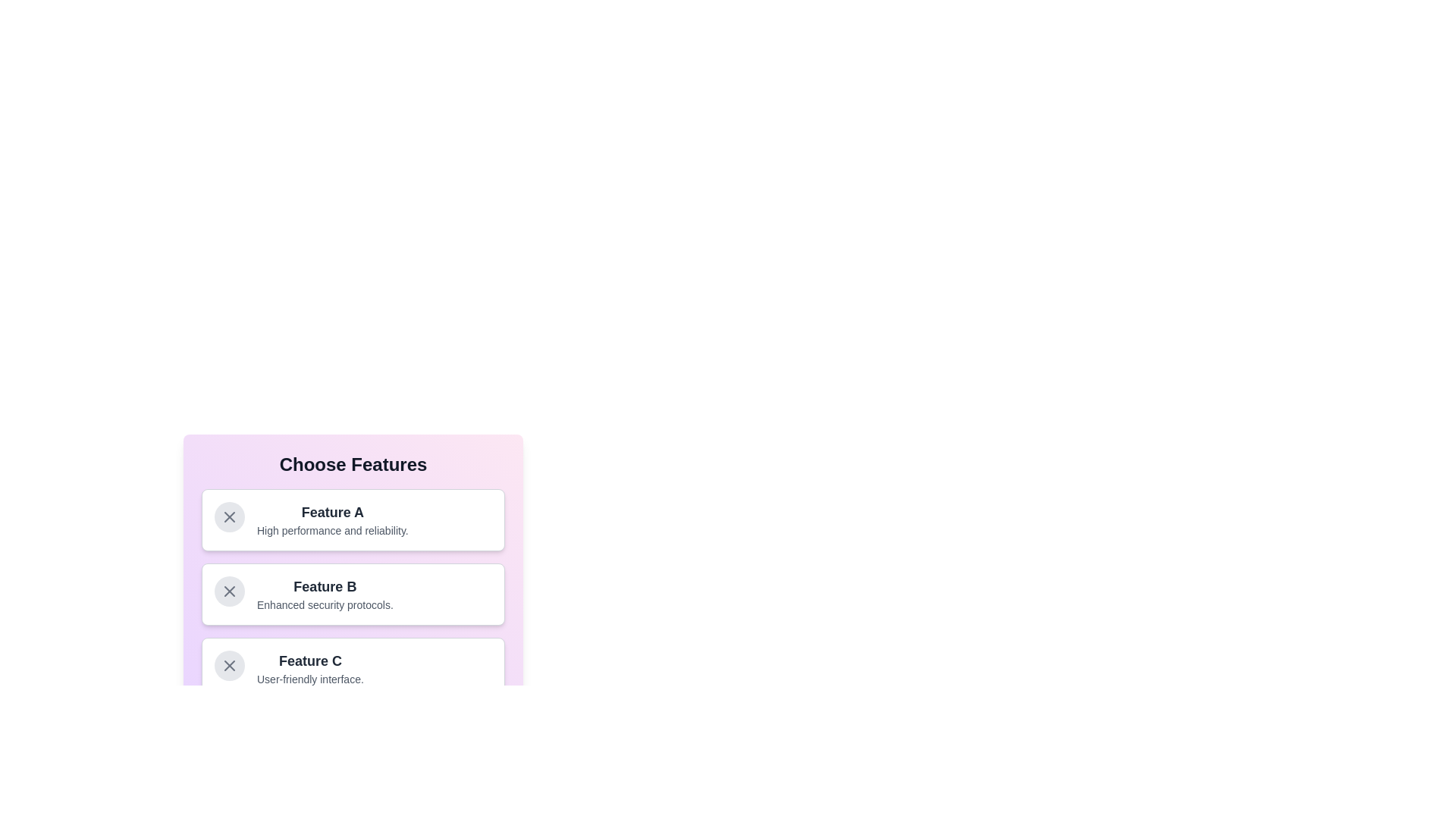 This screenshot has height=819, width=1456. I want to click on the Text content block displaying 'Feature A' with a description of 'High performance and reliability.' in a card layout, located below the header 'Choose Features', so click(331, 519).